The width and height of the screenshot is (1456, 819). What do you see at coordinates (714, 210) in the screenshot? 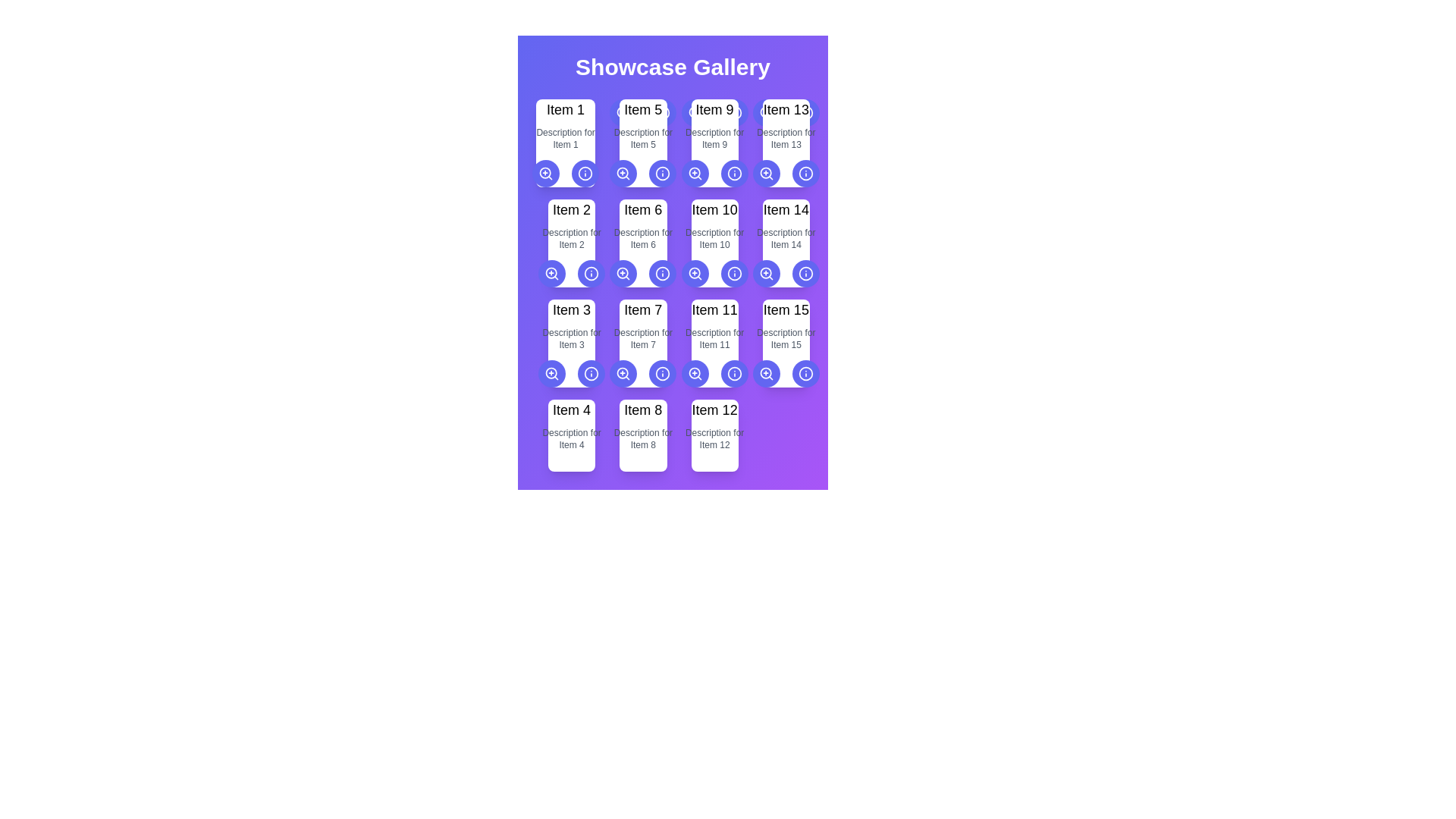
I see `the text label that serves as the header for the card, located in the third row and third column of the grid layout` at bounding box center [714, 210].